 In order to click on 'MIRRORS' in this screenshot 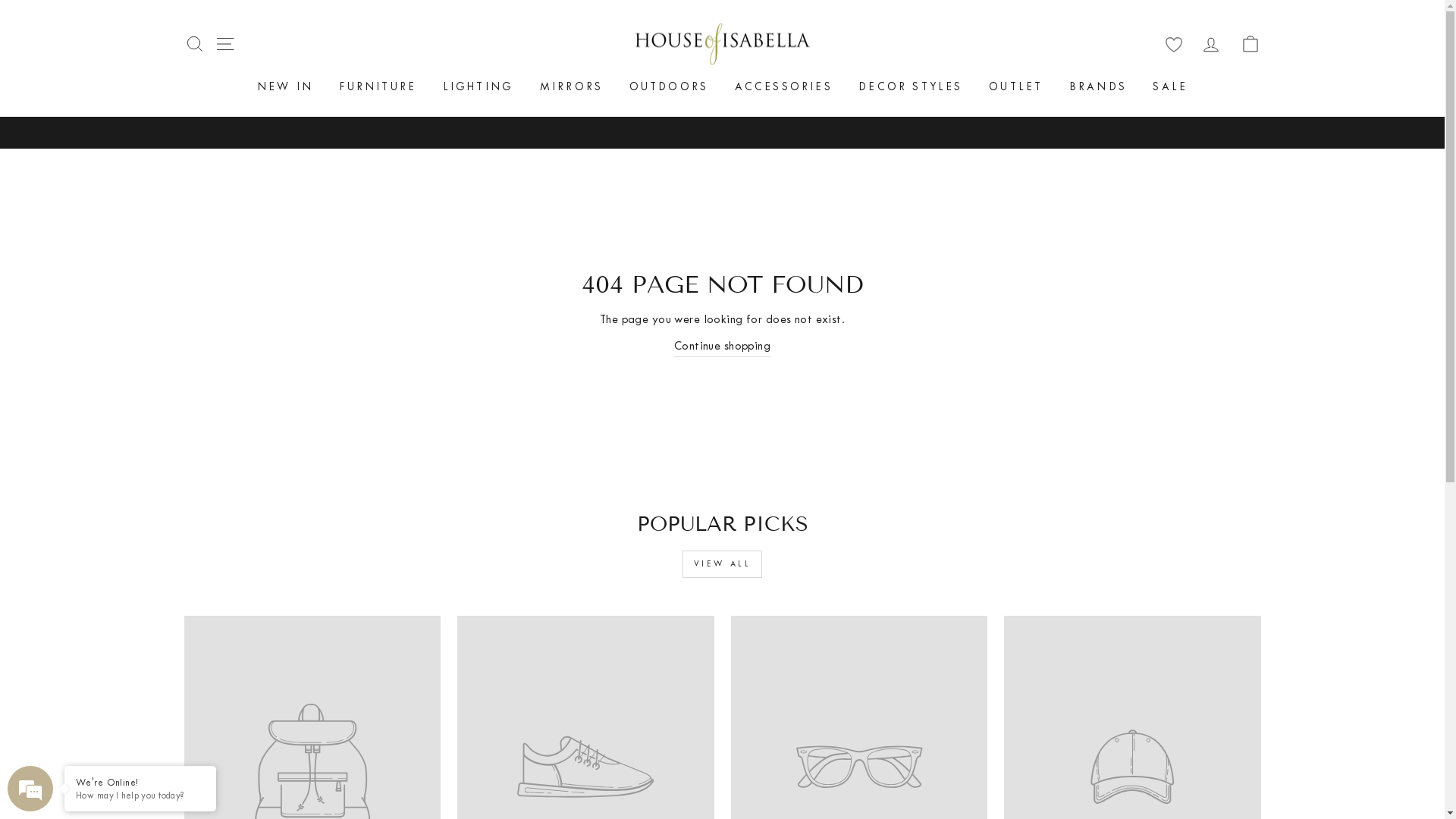, I will do `click(570, 86)`.